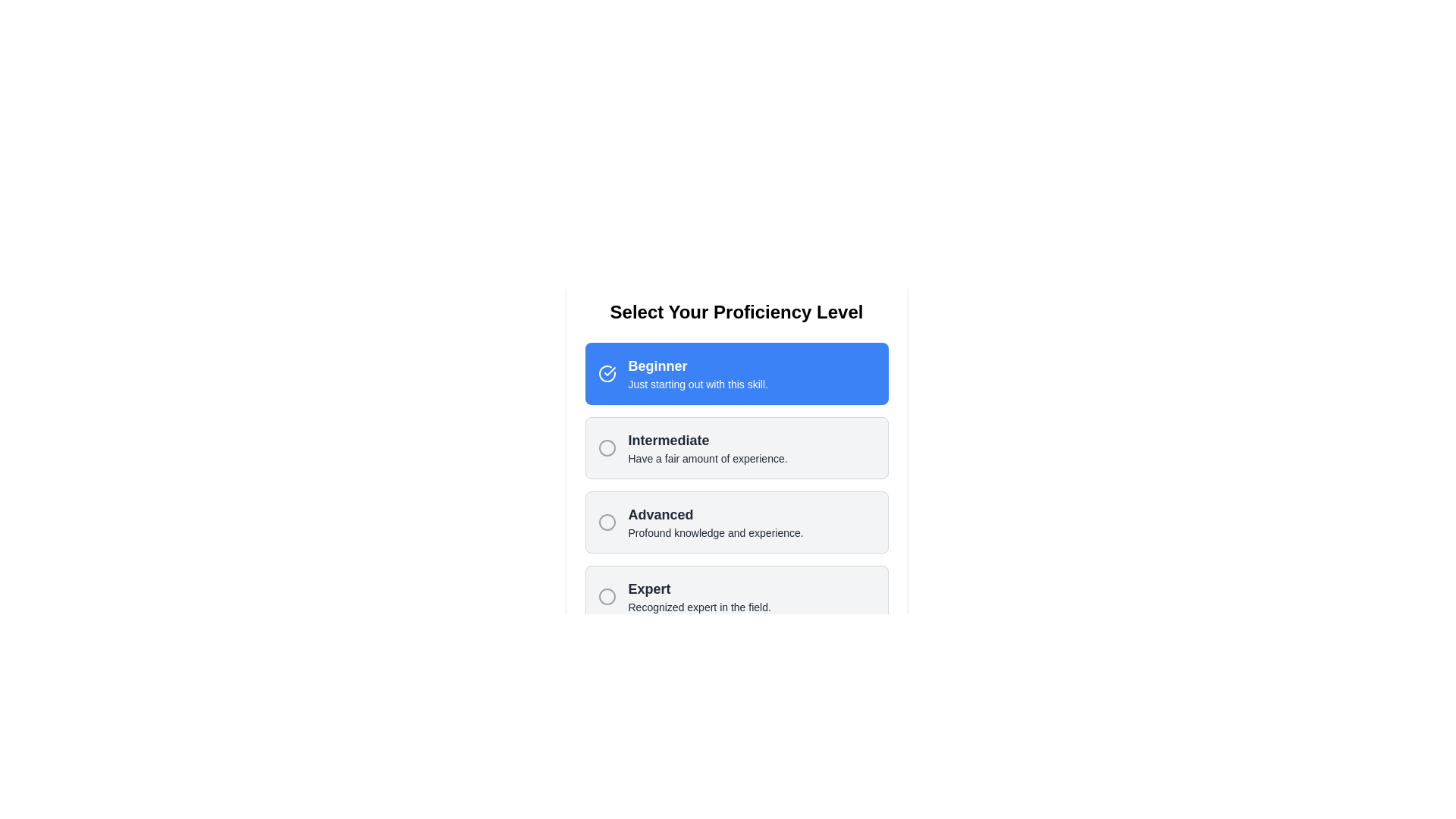 This screenshot has width=1456, height=819. Describe the element at coordinates (736, 447) in the screenshot. I see `the 'Intermediate' selectable card, which is a compact rectangular component with rounded corners, styled in light gray, containing a circular icon and bold text 'Intermediate'` at that location.